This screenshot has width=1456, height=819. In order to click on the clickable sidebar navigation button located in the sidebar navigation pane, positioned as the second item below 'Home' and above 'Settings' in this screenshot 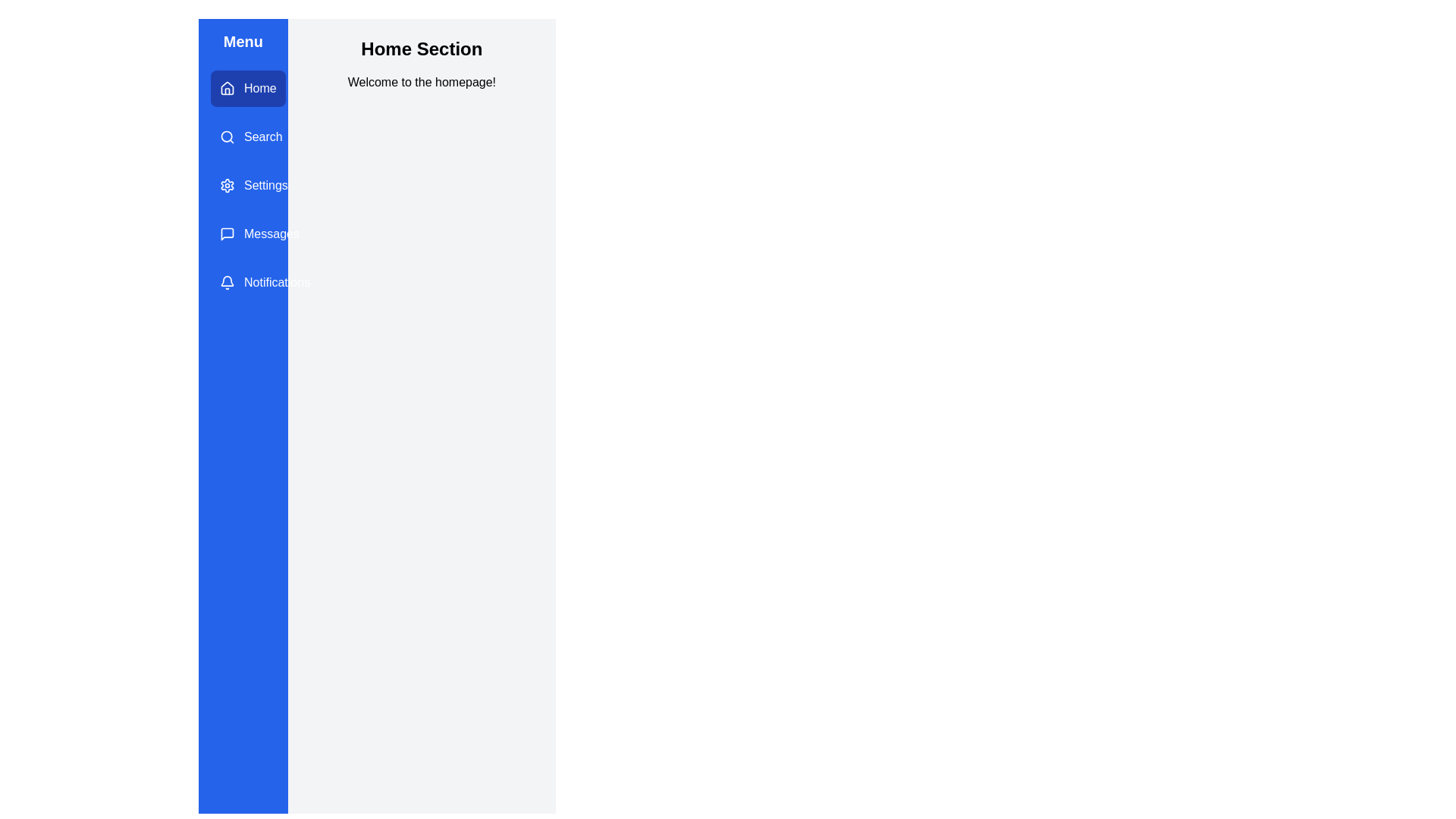, I will do `click(251, 137)`.